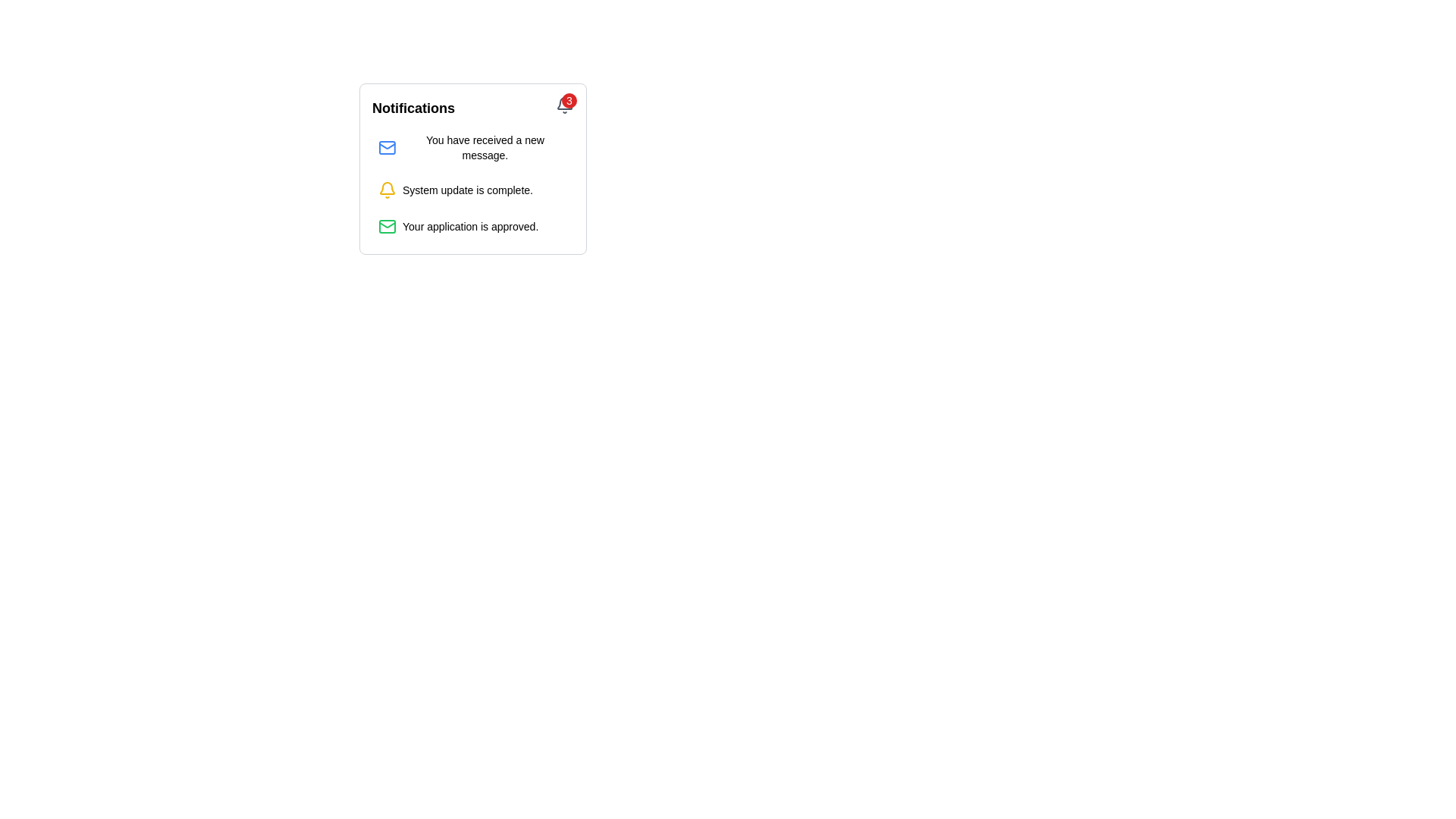 This screenshot has height=819, width=1456. I want to click on the bell icon that serves as a visual indicator for notifications, located to the left of the text 'System update is complete.', so click(387, 189).